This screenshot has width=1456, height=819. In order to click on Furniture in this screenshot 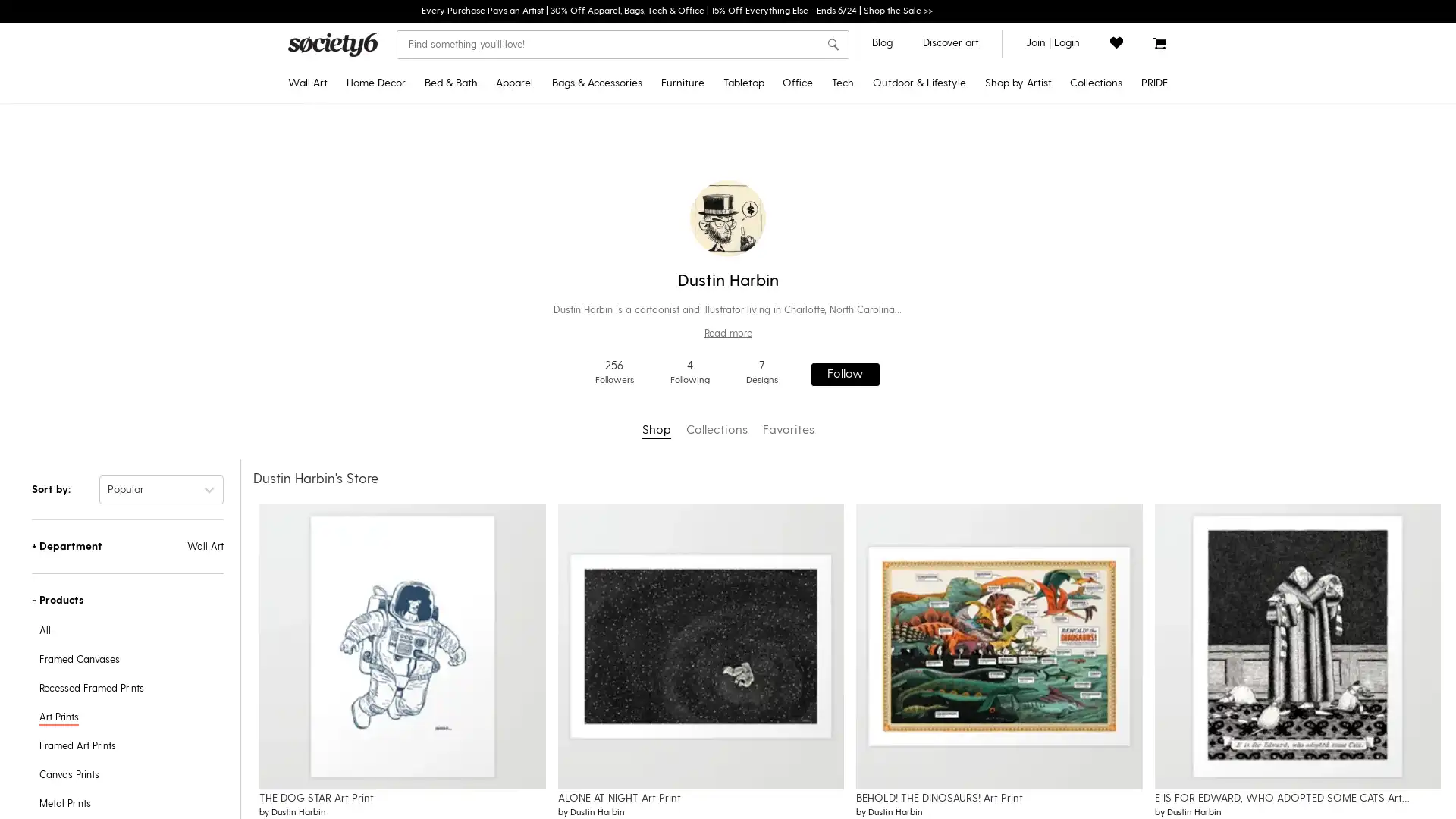, I will do `click(681, 83)`.